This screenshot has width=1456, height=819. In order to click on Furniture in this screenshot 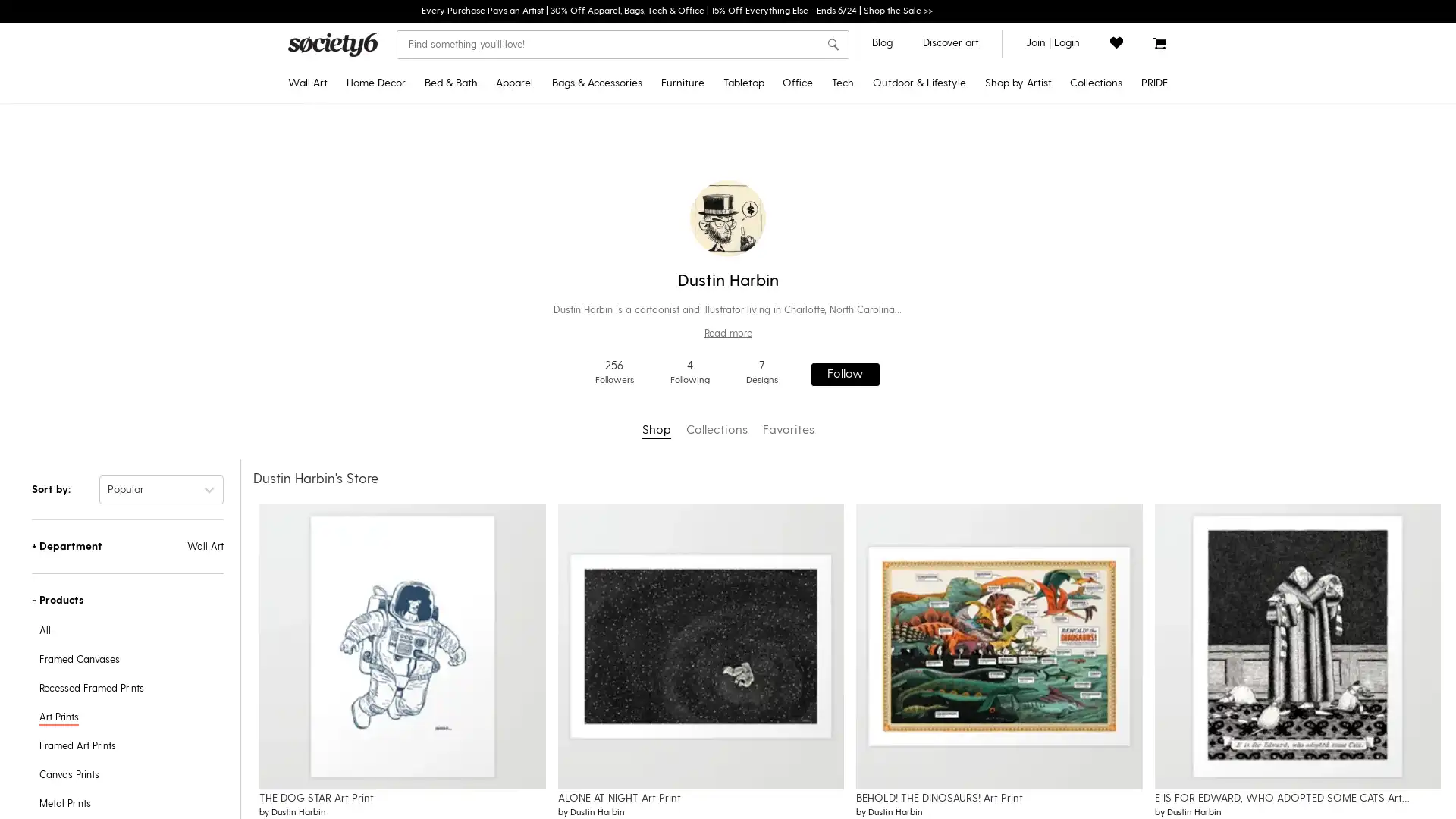, I will do `click(681, 83)`.